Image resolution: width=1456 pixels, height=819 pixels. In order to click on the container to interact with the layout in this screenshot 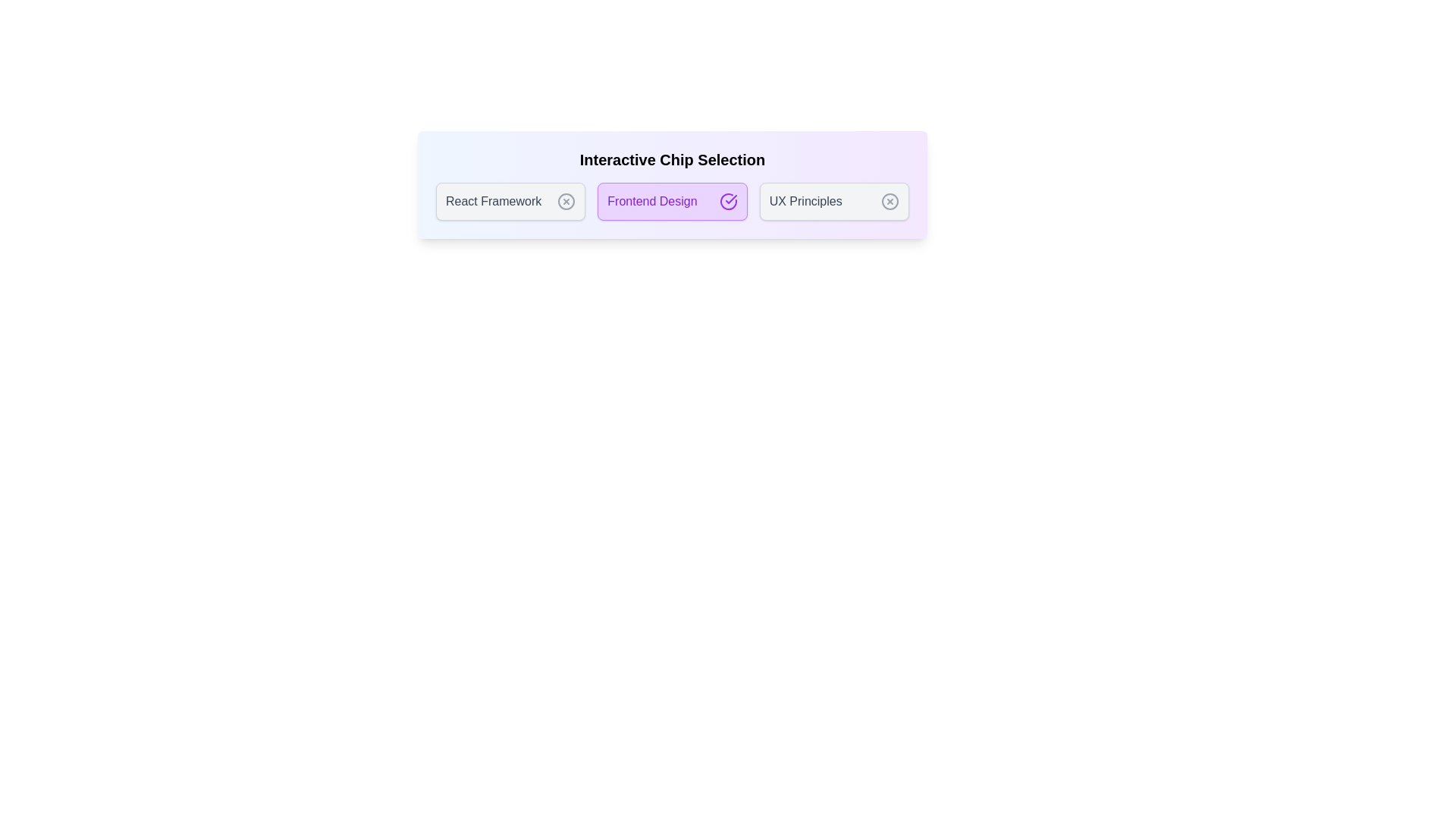, I will do `click(672, 184)`.